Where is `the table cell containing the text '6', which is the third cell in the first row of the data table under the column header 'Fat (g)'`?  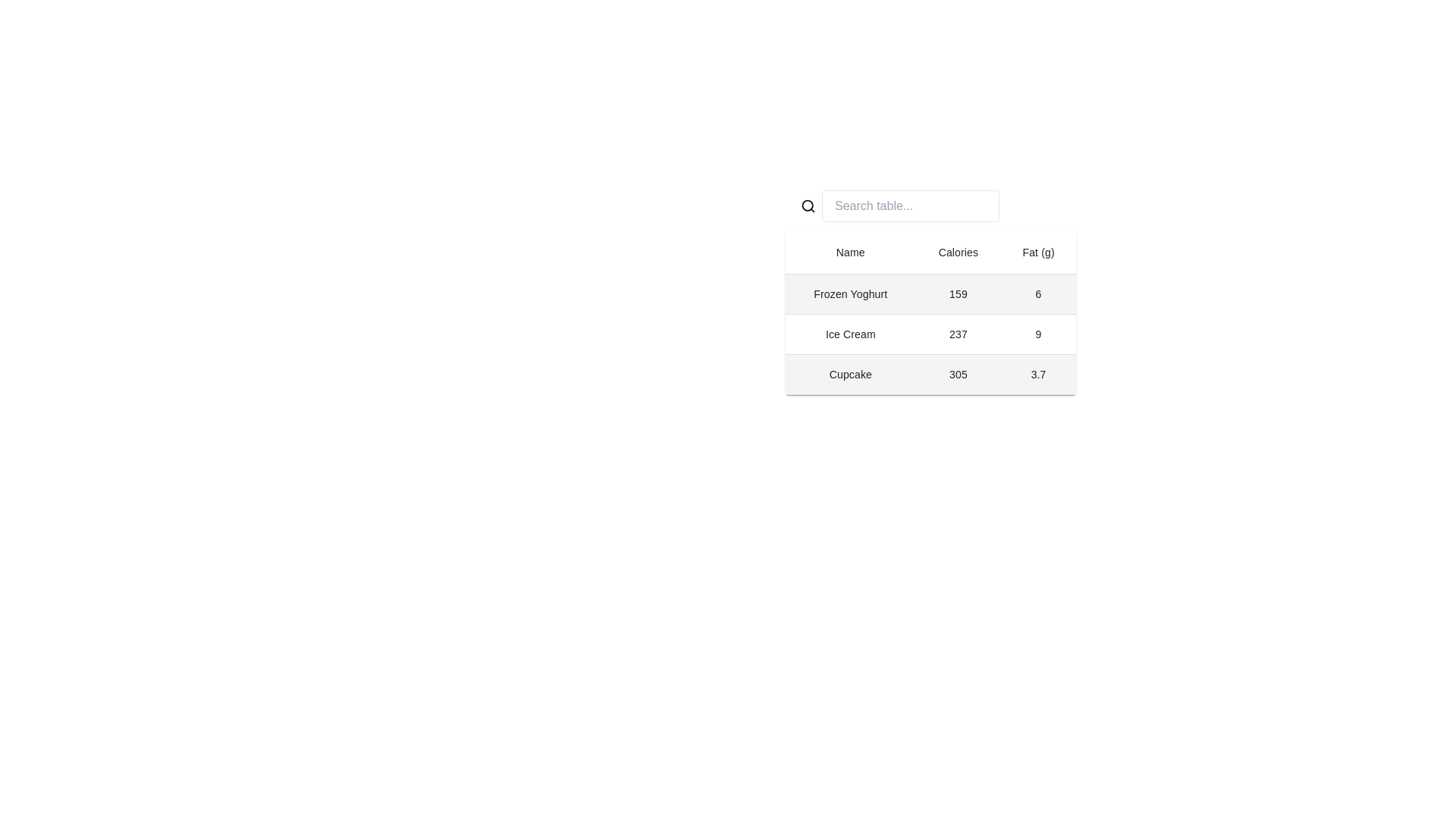 the table cell containing the text '6', which is the third cell in the first row of the data table under the column header 'Fat (g)' is located at coordinates (1037, 294).